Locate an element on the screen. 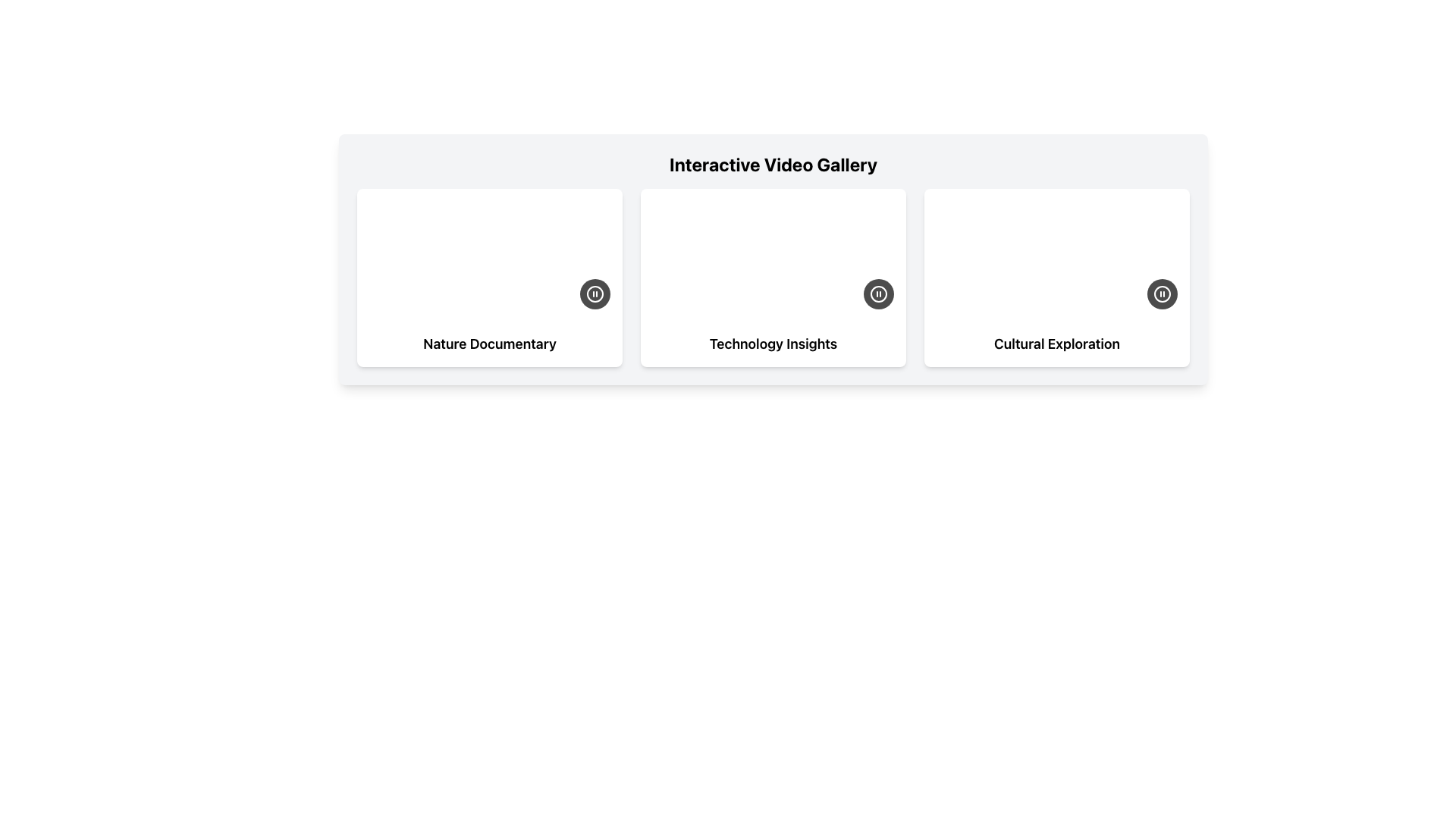 Image resolution: width=1456 pixels, height=819 pixels. the Text Header or Card Title element that indicates 'Technology Insights', located at the center of the grid layout between 'Nature Documentary' and 'Cultural Exploration' is located at coordinates (773, 344).